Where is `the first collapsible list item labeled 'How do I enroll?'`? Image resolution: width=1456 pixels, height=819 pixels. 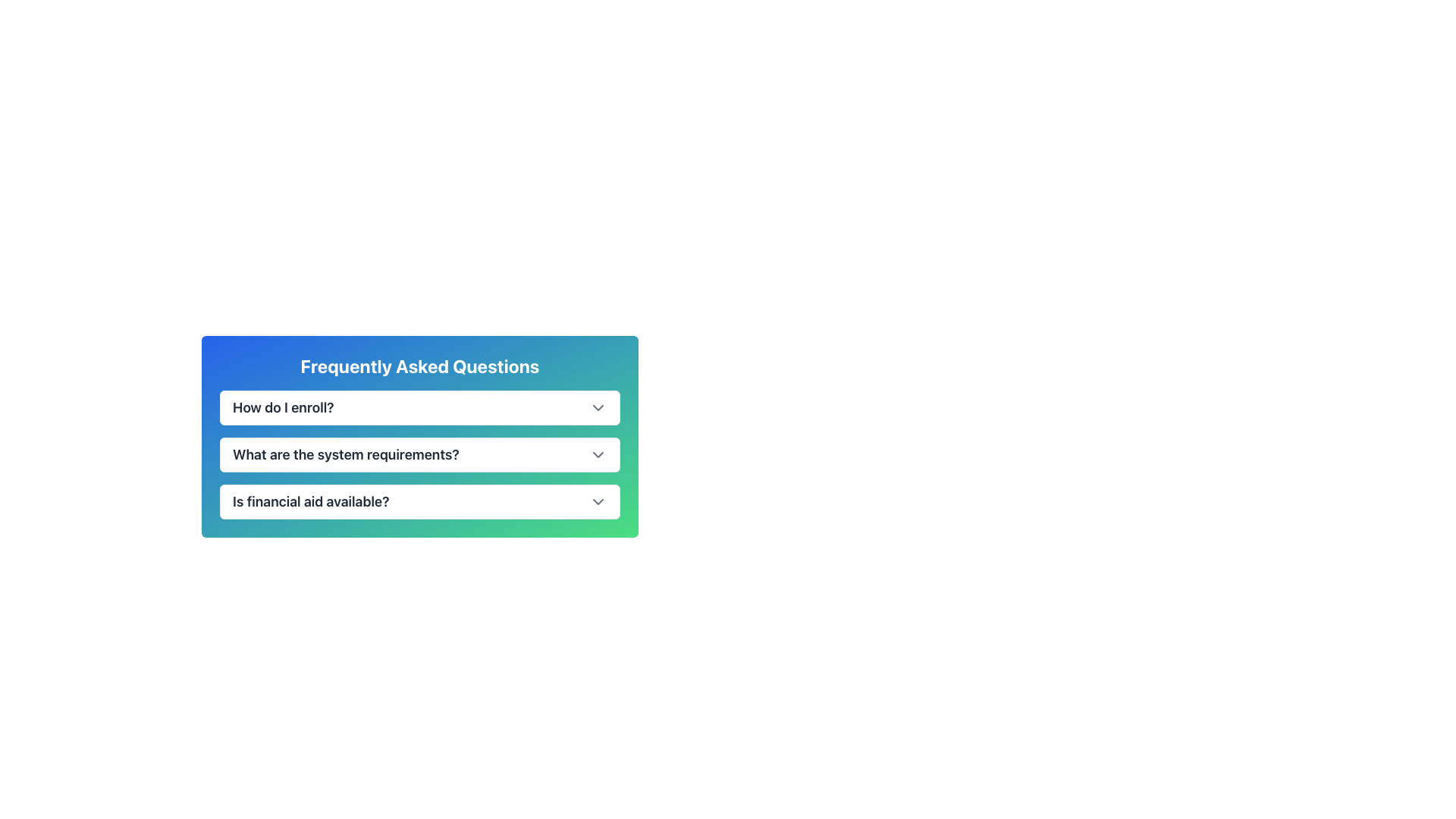 the first collapsible list item labeled 'How do I enroll?' is located at coordinates (419, 406).